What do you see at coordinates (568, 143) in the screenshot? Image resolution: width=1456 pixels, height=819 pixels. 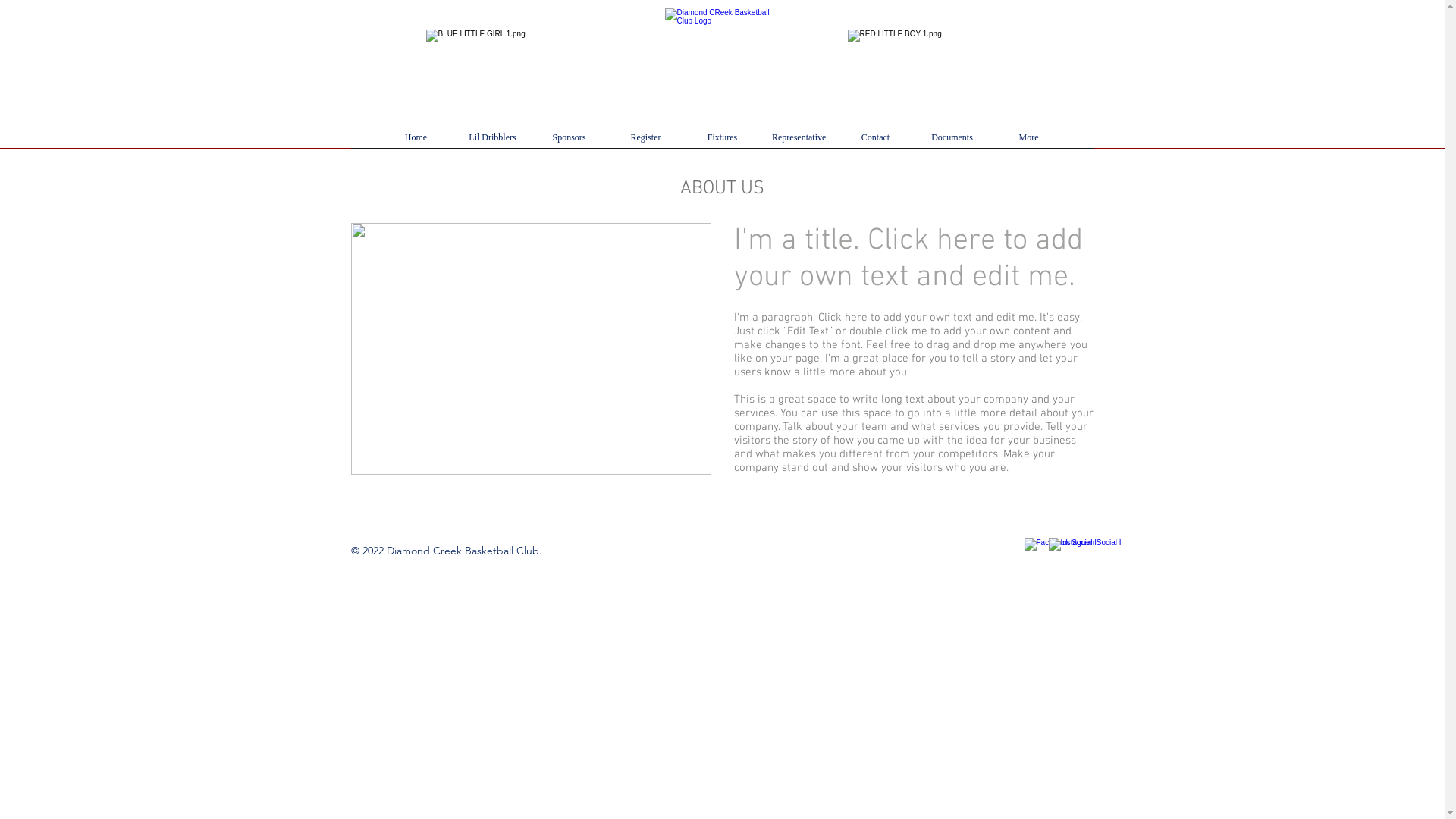 I see `'Sponsors'` at bounding box center [568, 143].